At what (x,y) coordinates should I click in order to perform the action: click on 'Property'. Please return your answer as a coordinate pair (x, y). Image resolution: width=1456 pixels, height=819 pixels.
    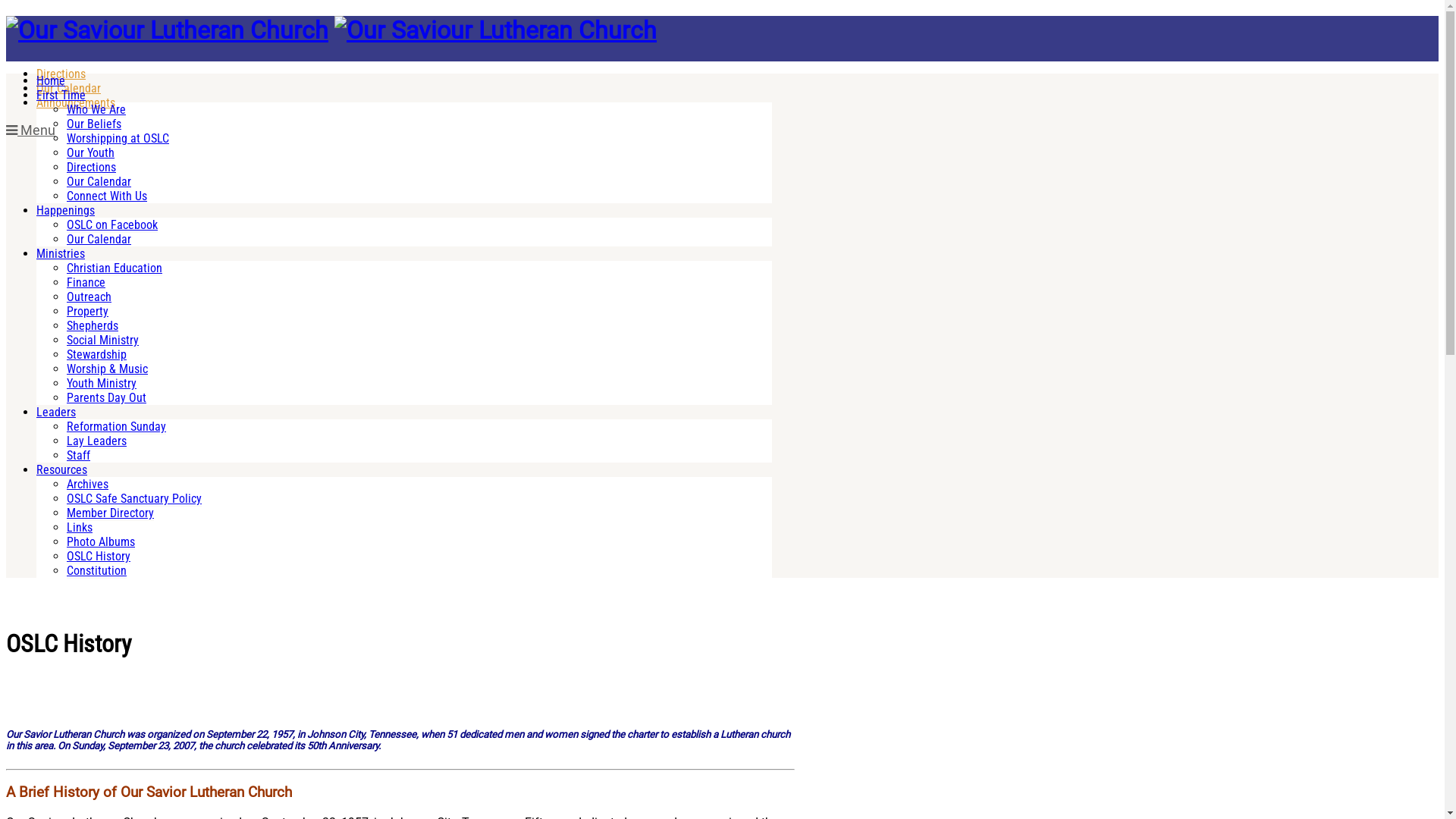
    Looking at the image, I should click on (86, 311).